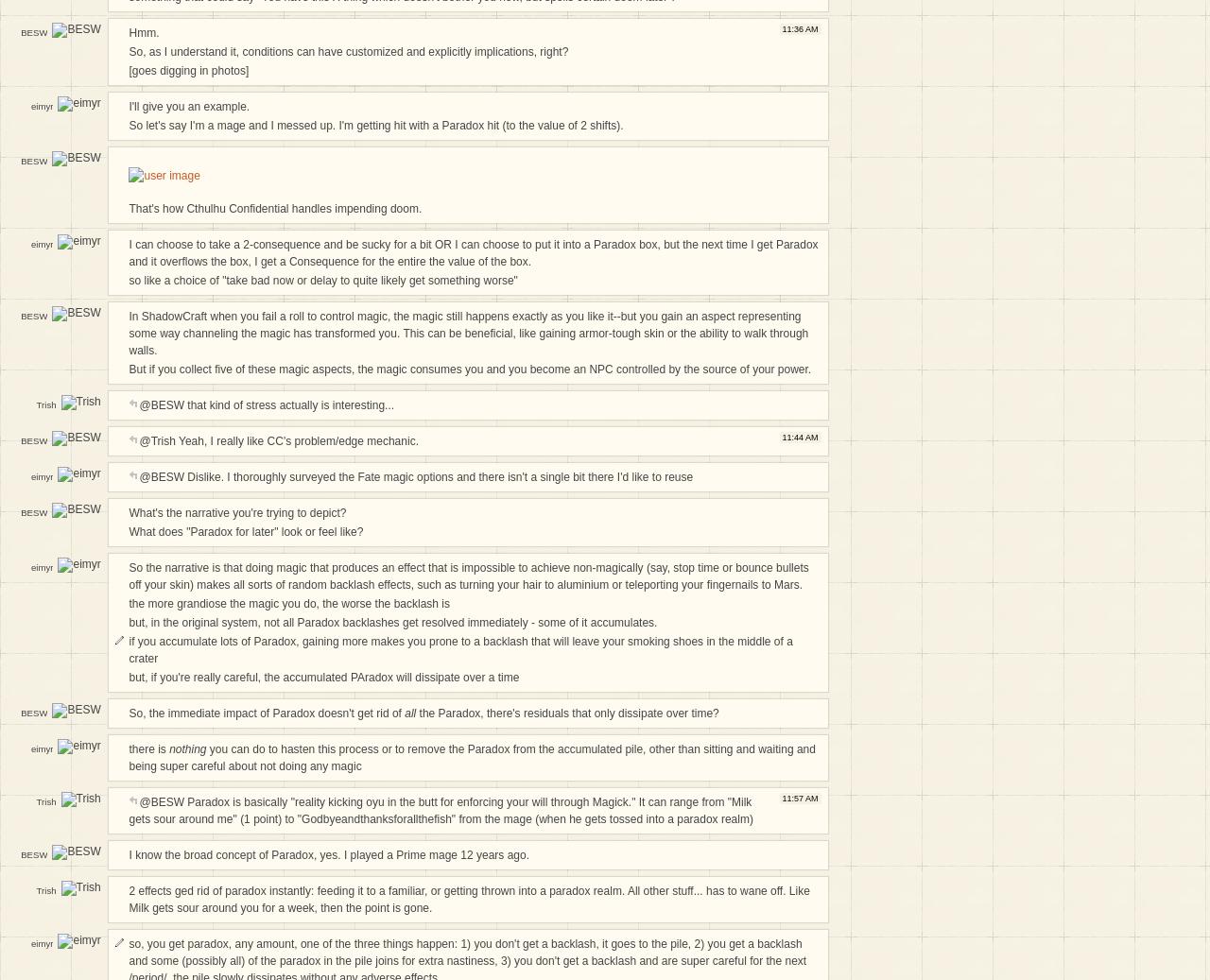 The height and width of the screenshot is (980, 1210). Describe the element at coordinates (322, 279) in the screenshot. I see `'so like a choice of "take bad now or delay to quite likely get something worse"'` at that location.